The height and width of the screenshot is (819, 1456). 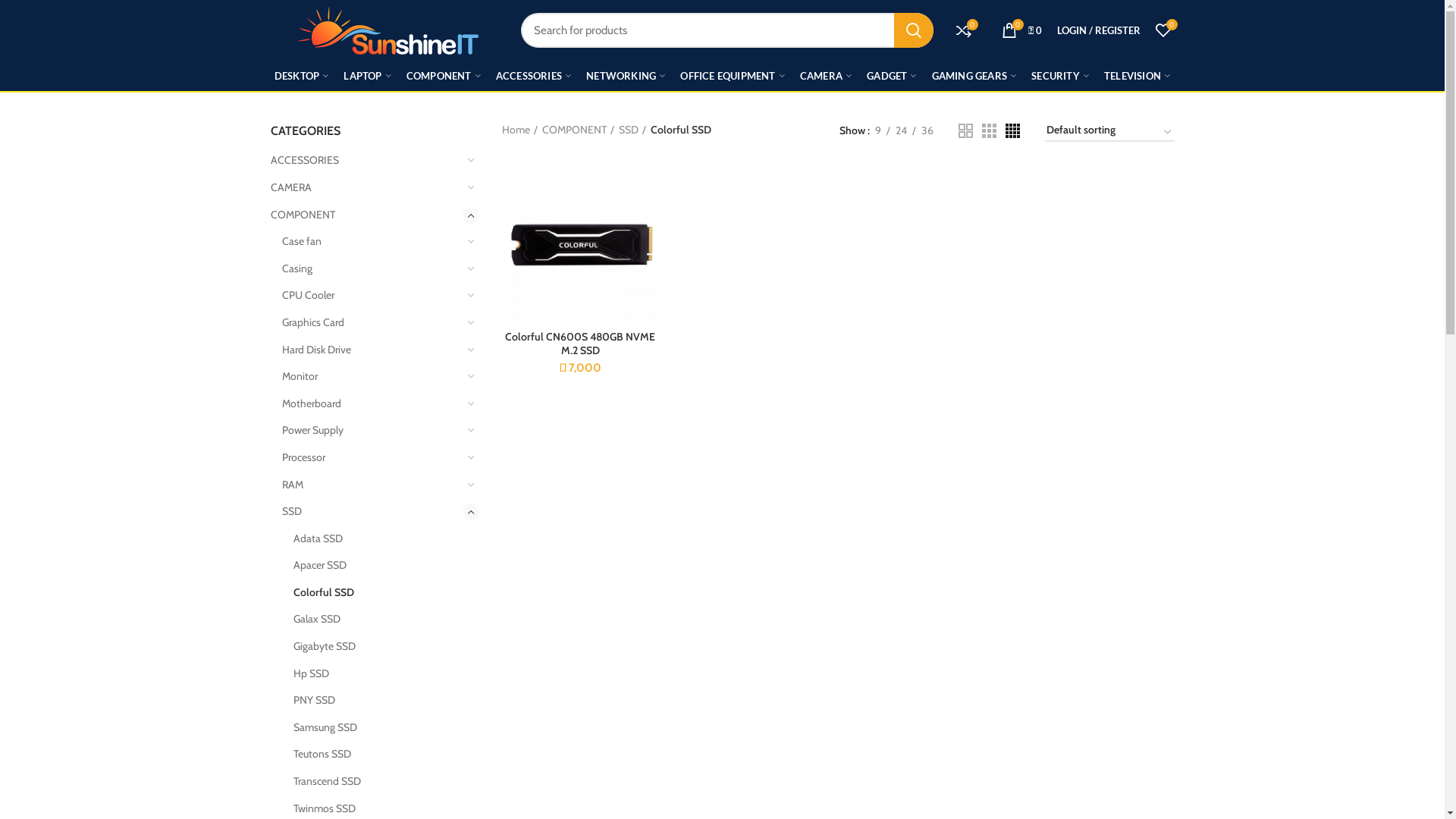 I want to click on 'TELEVISION', so click(x=1137, y=76).